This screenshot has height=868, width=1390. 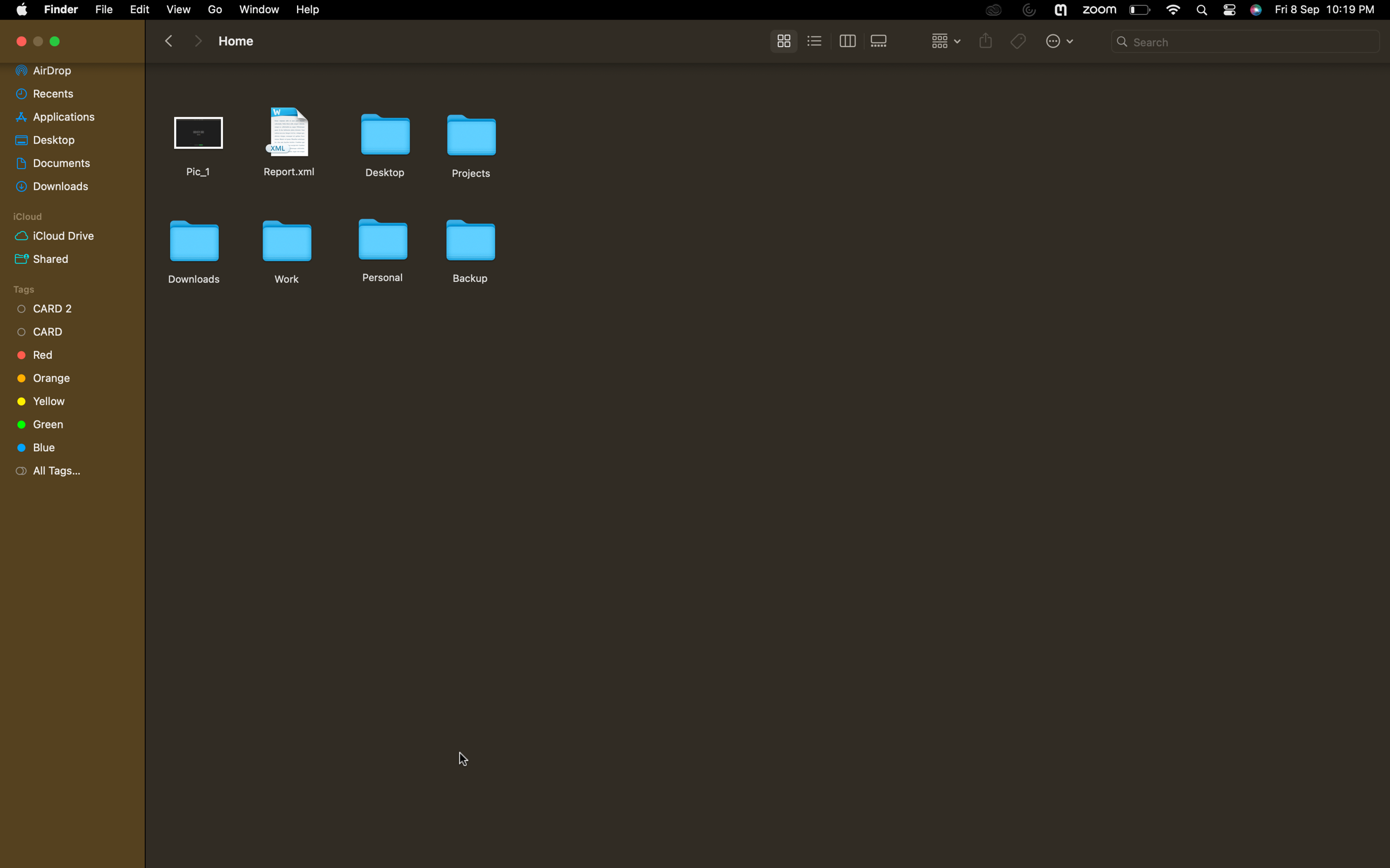 What do you see at coordinates (21, 42) in the screenshot?
I see `Exit the active tab` at bounding box center [21, 42].